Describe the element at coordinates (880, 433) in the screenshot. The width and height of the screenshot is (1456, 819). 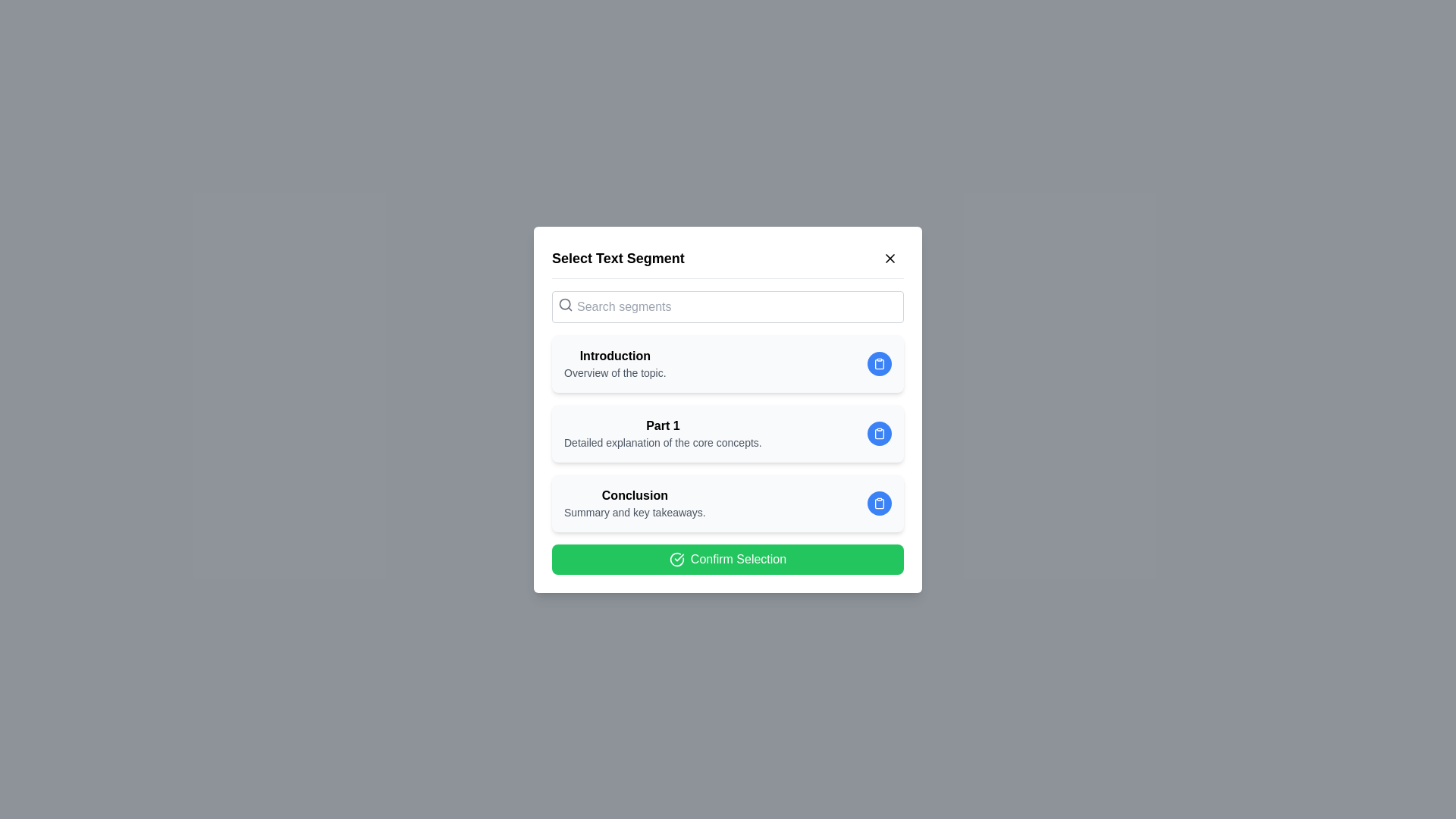
I see `the clipboard icon corresponding to the segment Part 1 to copy its information to the clipboard` at that location.